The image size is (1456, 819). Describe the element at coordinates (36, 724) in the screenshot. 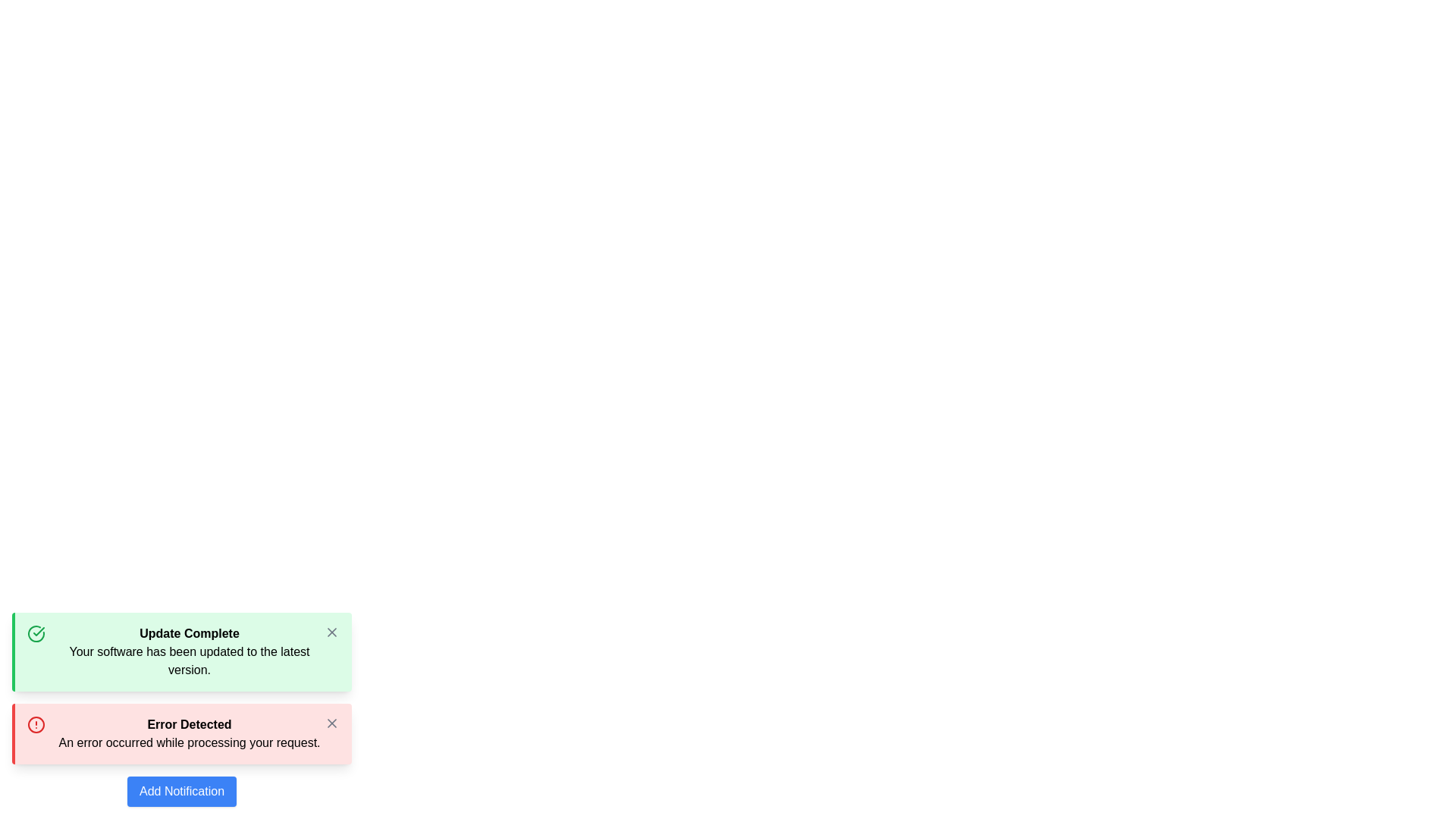

I see `the error icon located to the left of the 'Error Detected' notification text` at that location.